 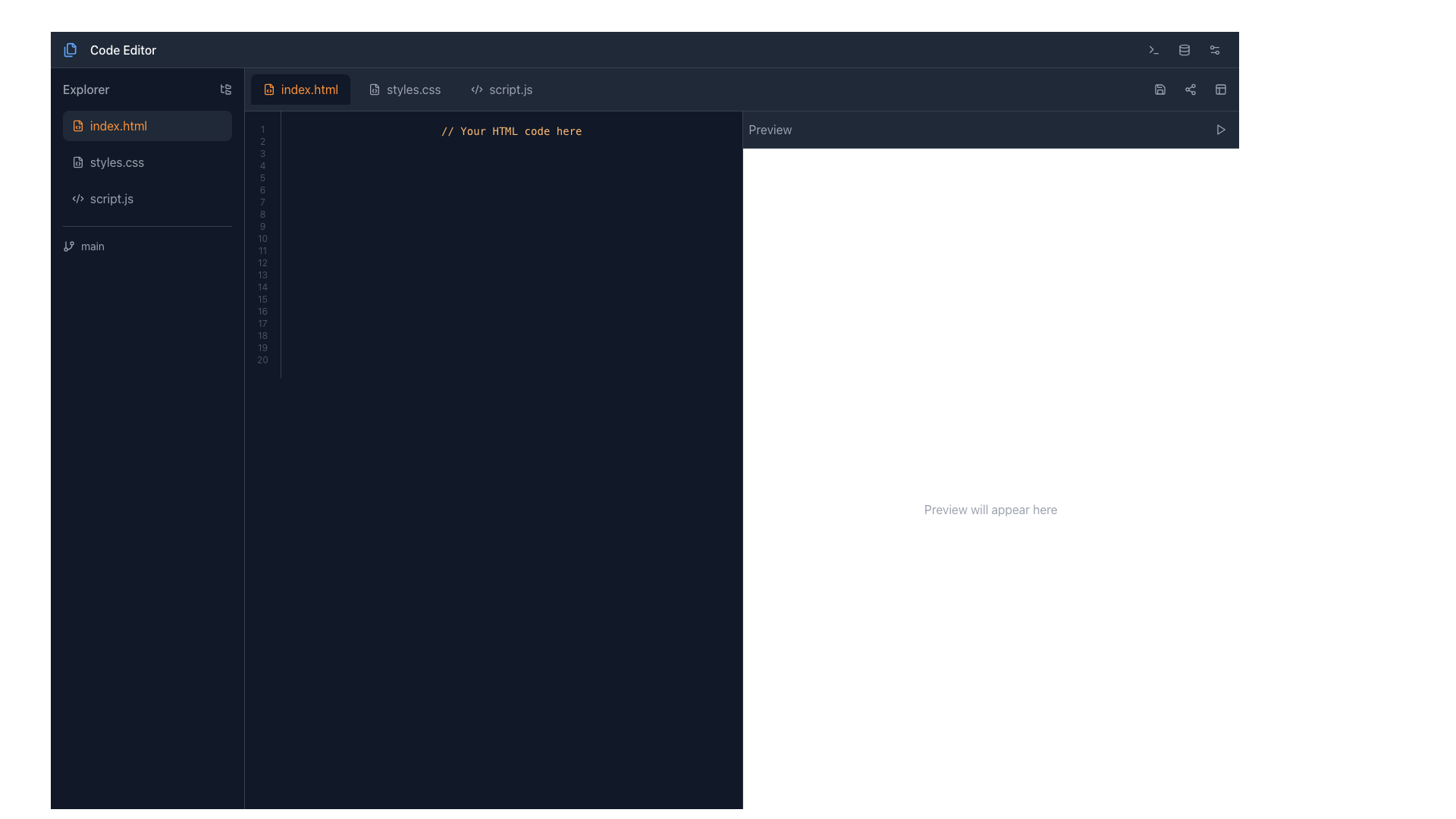 I want to click on the 'index.html' tab, so click(x=742, y=89).